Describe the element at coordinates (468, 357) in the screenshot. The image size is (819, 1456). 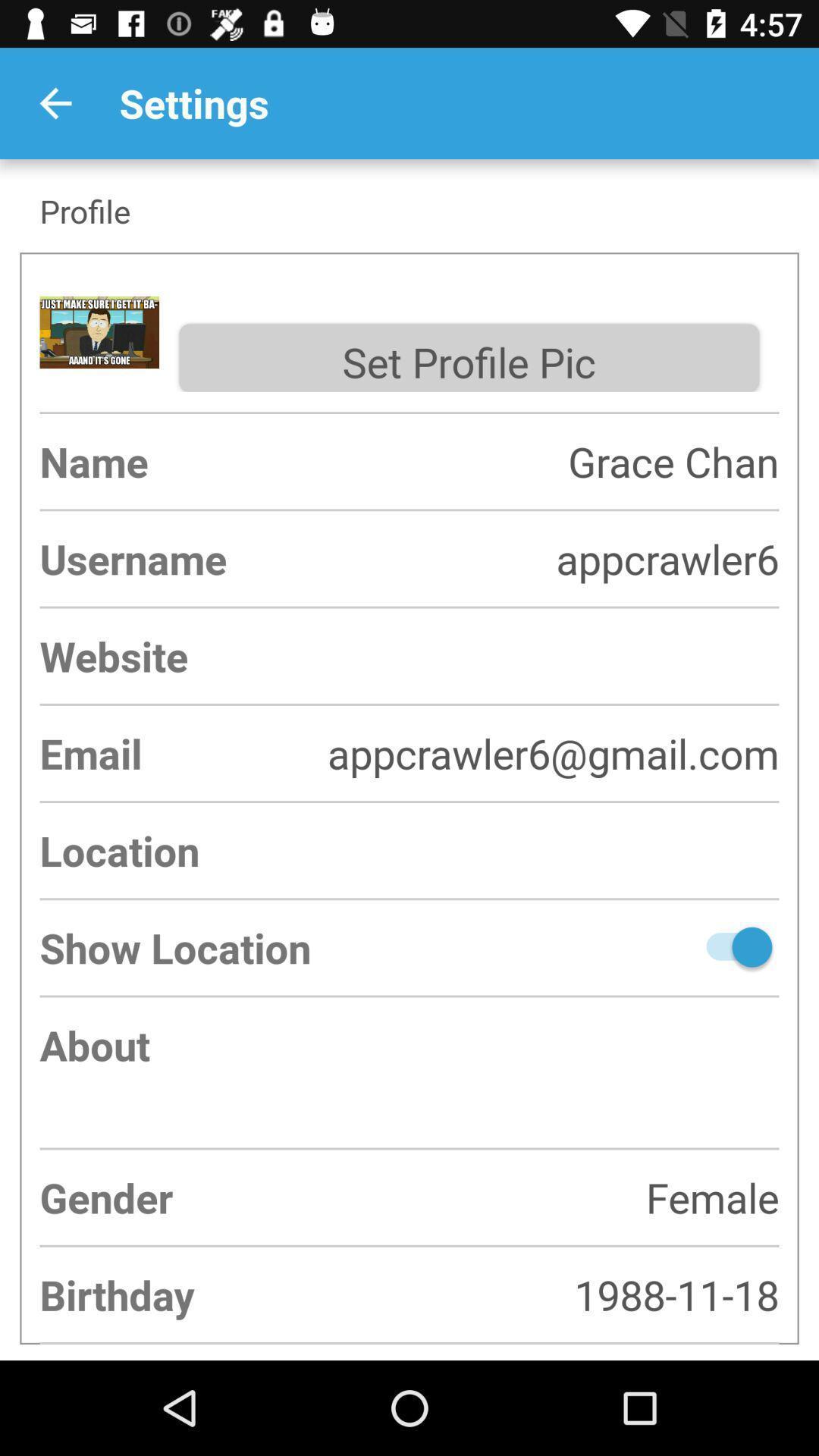
I see `the set profile pic icon` at that location.